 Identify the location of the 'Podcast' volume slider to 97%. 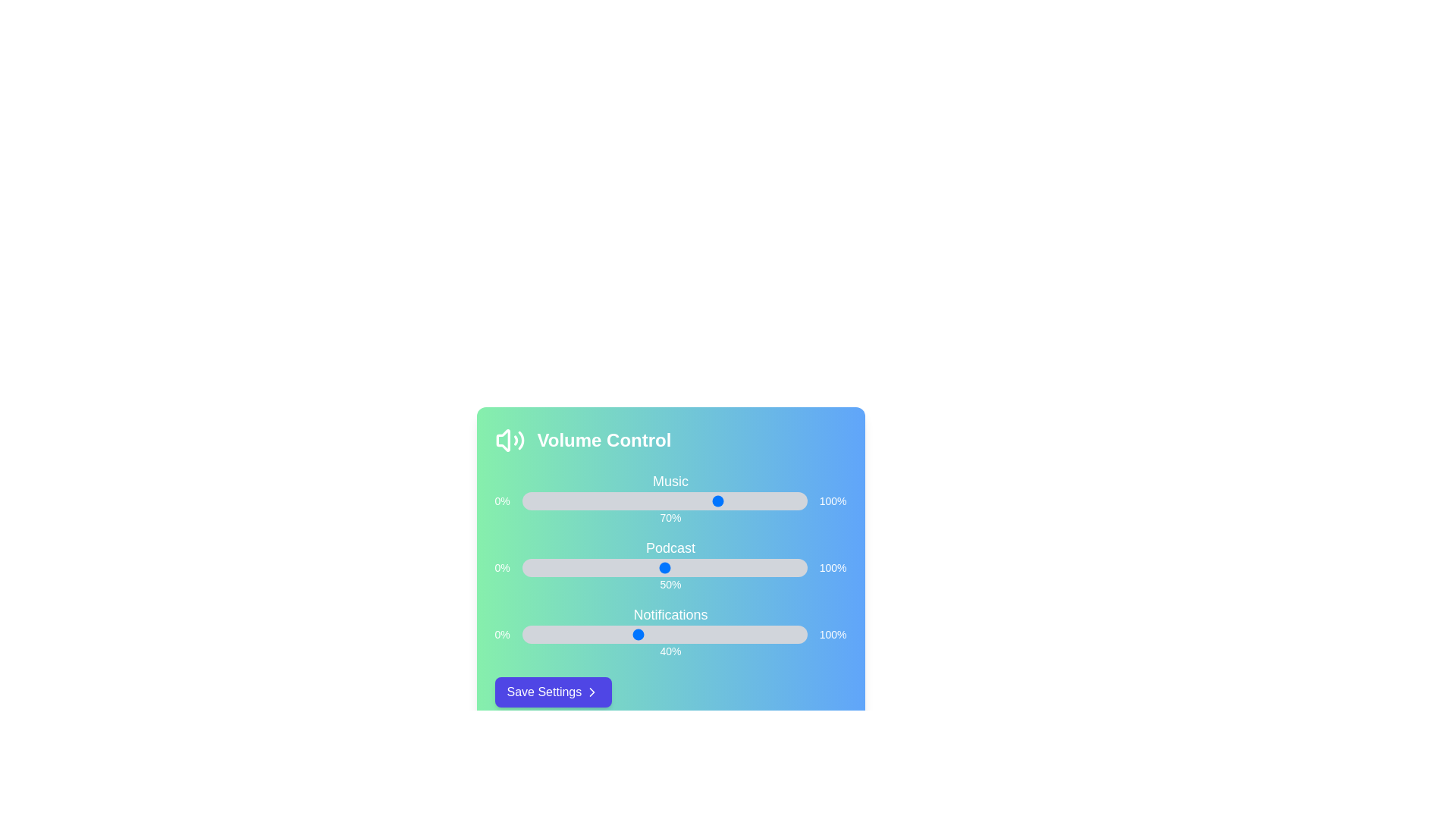
(798, 567).